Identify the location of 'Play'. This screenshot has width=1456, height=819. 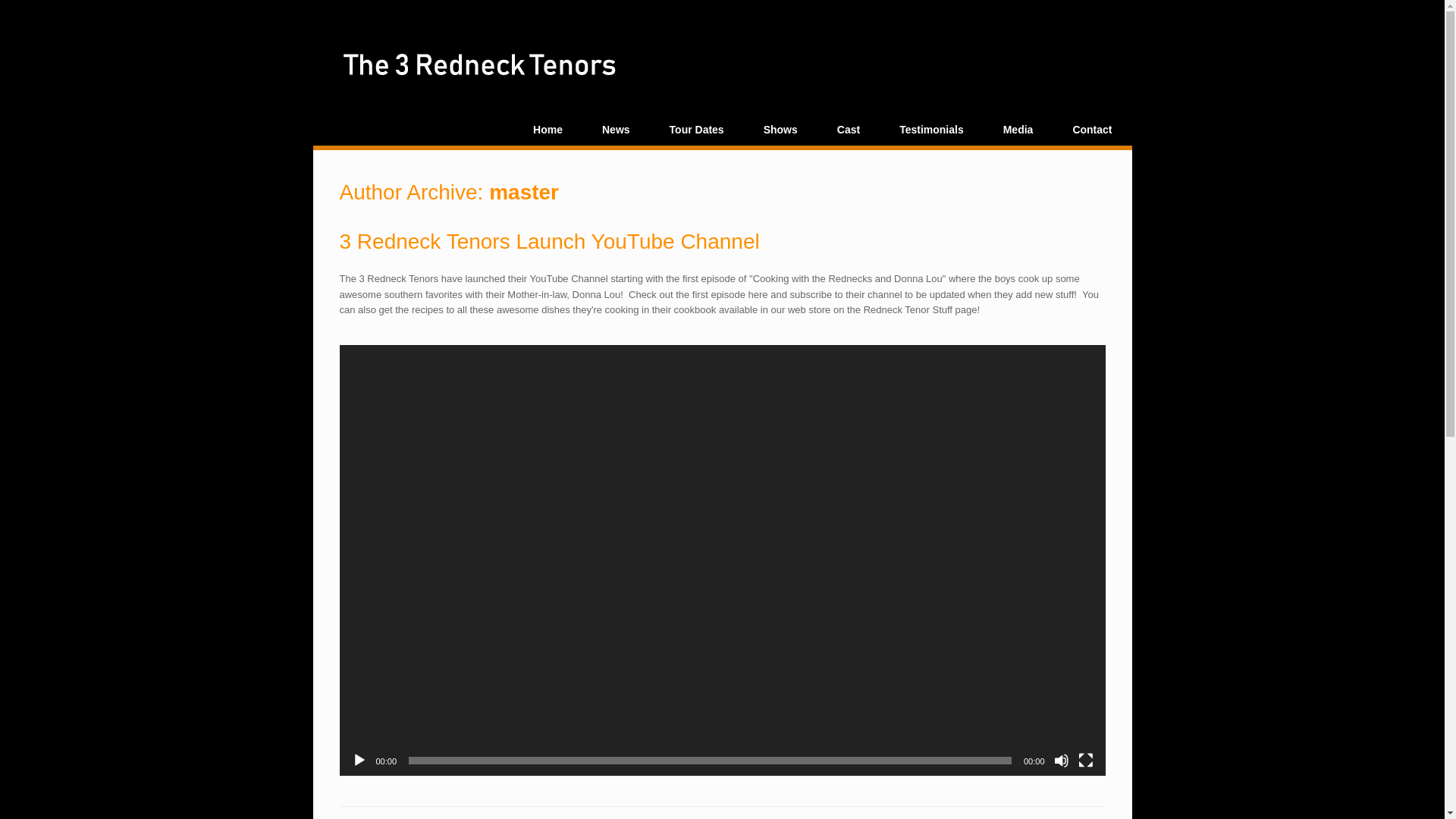
(351, 760).